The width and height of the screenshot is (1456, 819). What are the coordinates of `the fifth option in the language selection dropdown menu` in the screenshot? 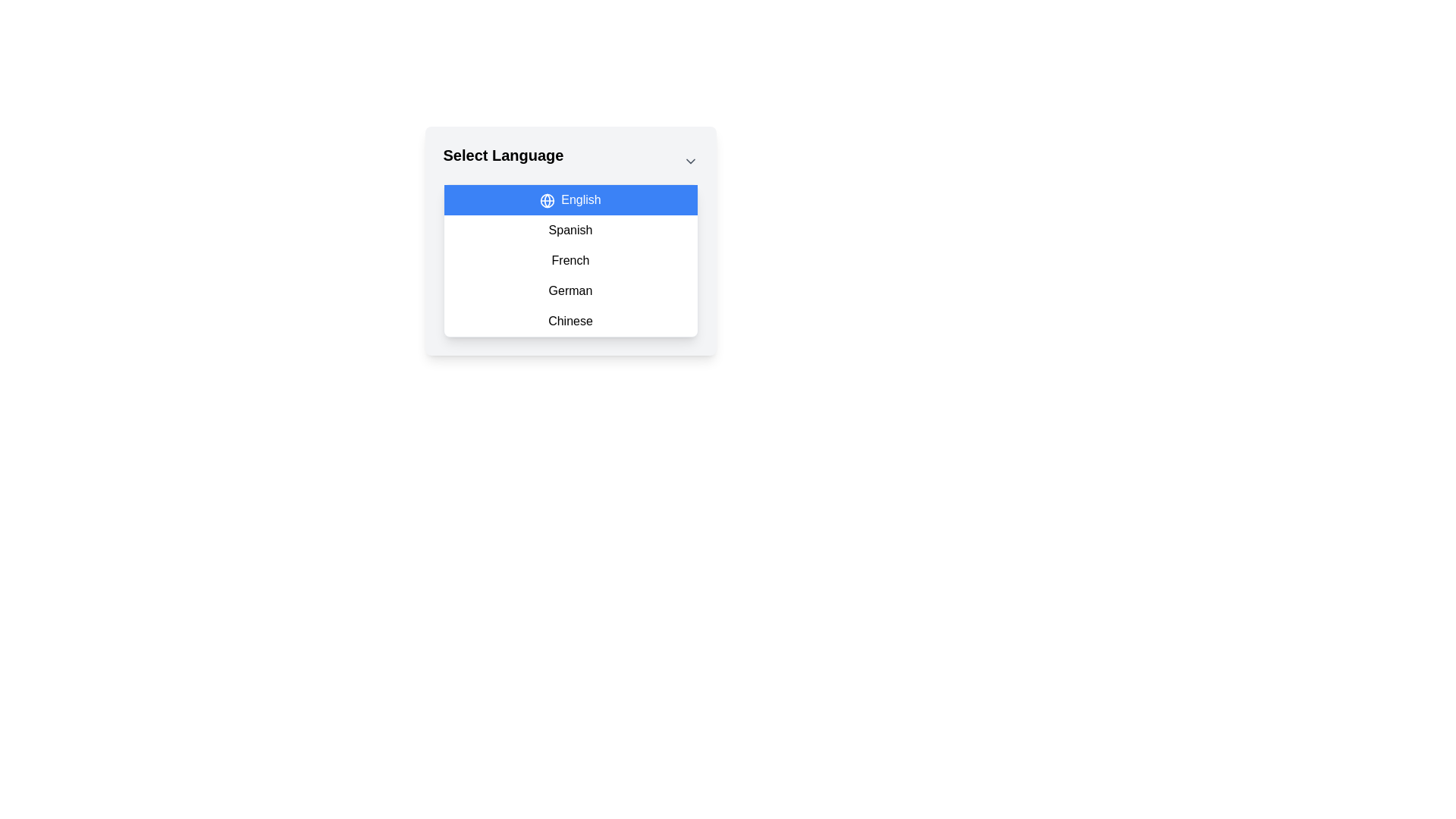 It's located at (570, 321).